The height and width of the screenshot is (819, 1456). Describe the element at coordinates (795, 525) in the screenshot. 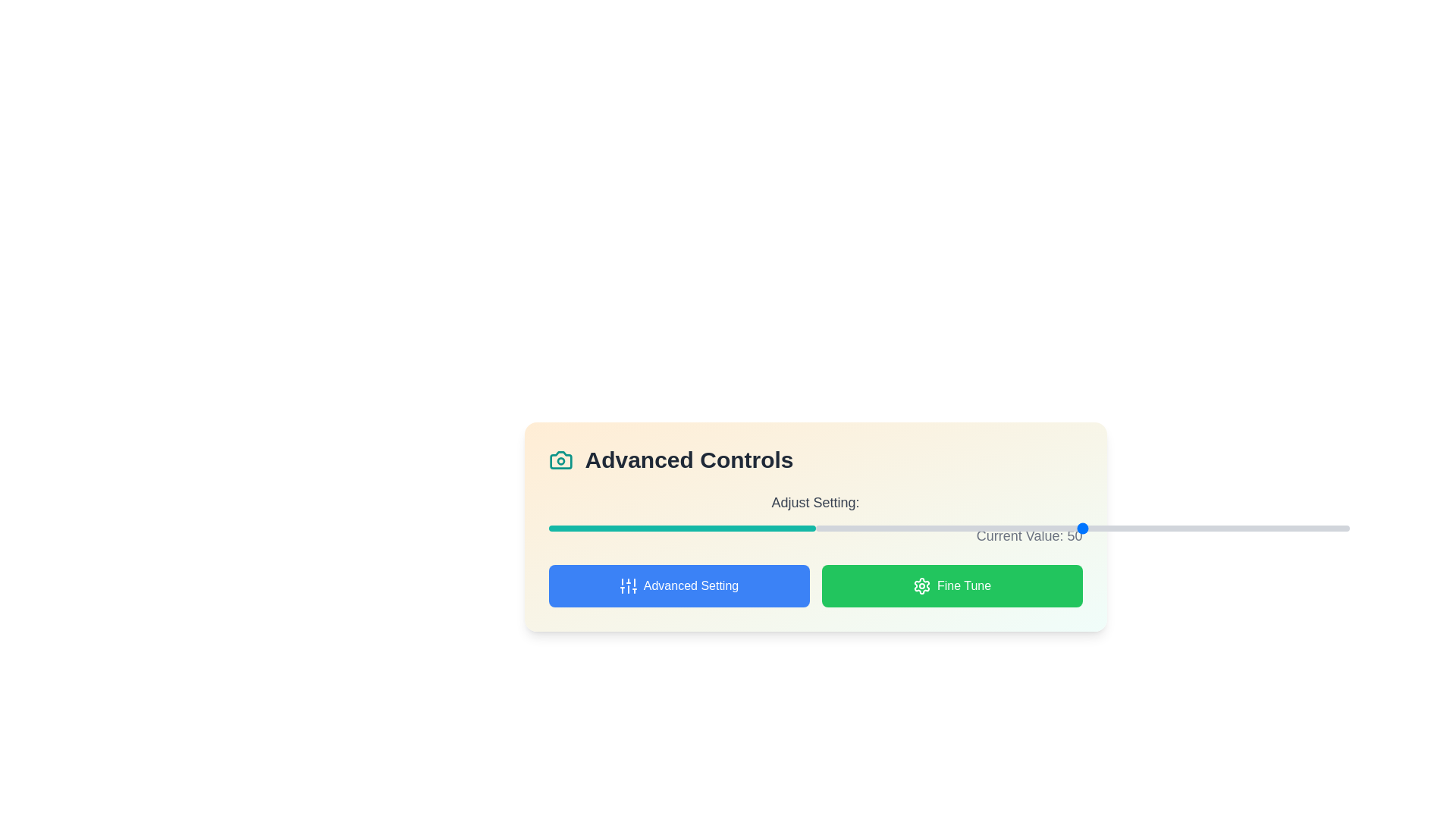

I see `the slider` at that location.